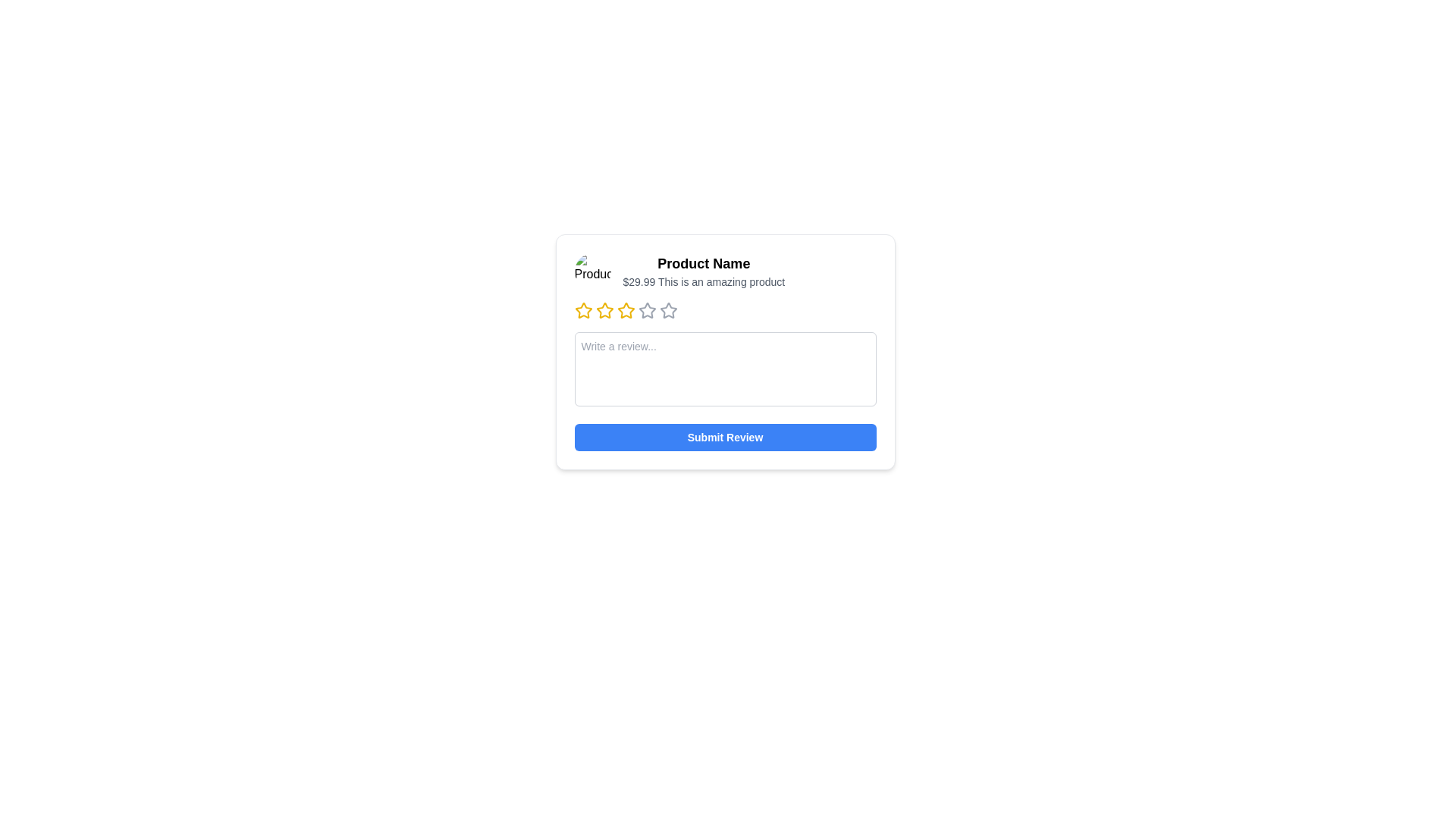 The width and height of the screenshot is (1456, 819). I want to click on the fifth star icon in the star rating control, so click(667, 309).